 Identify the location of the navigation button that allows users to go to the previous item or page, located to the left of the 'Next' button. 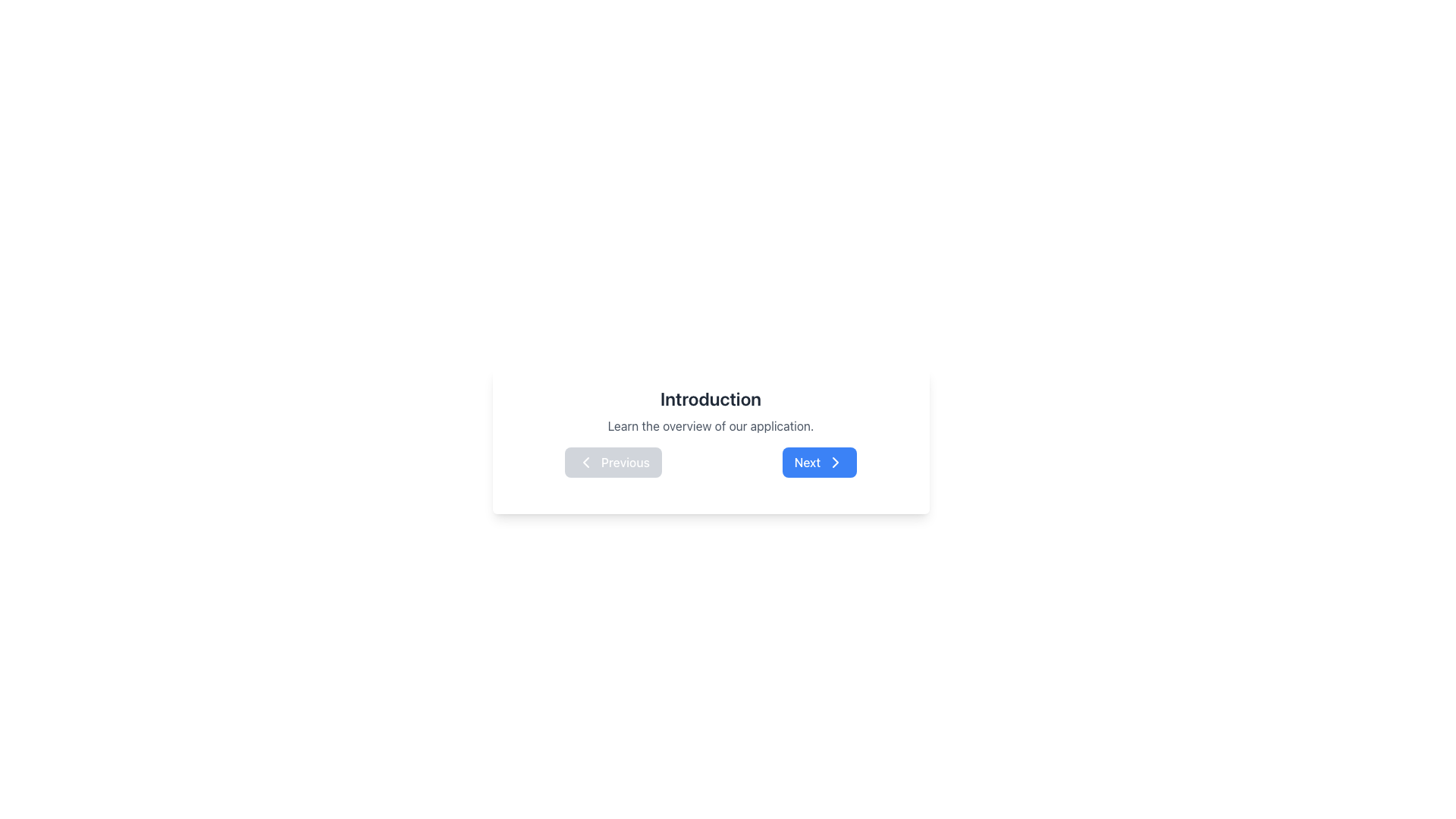
(613, 461).